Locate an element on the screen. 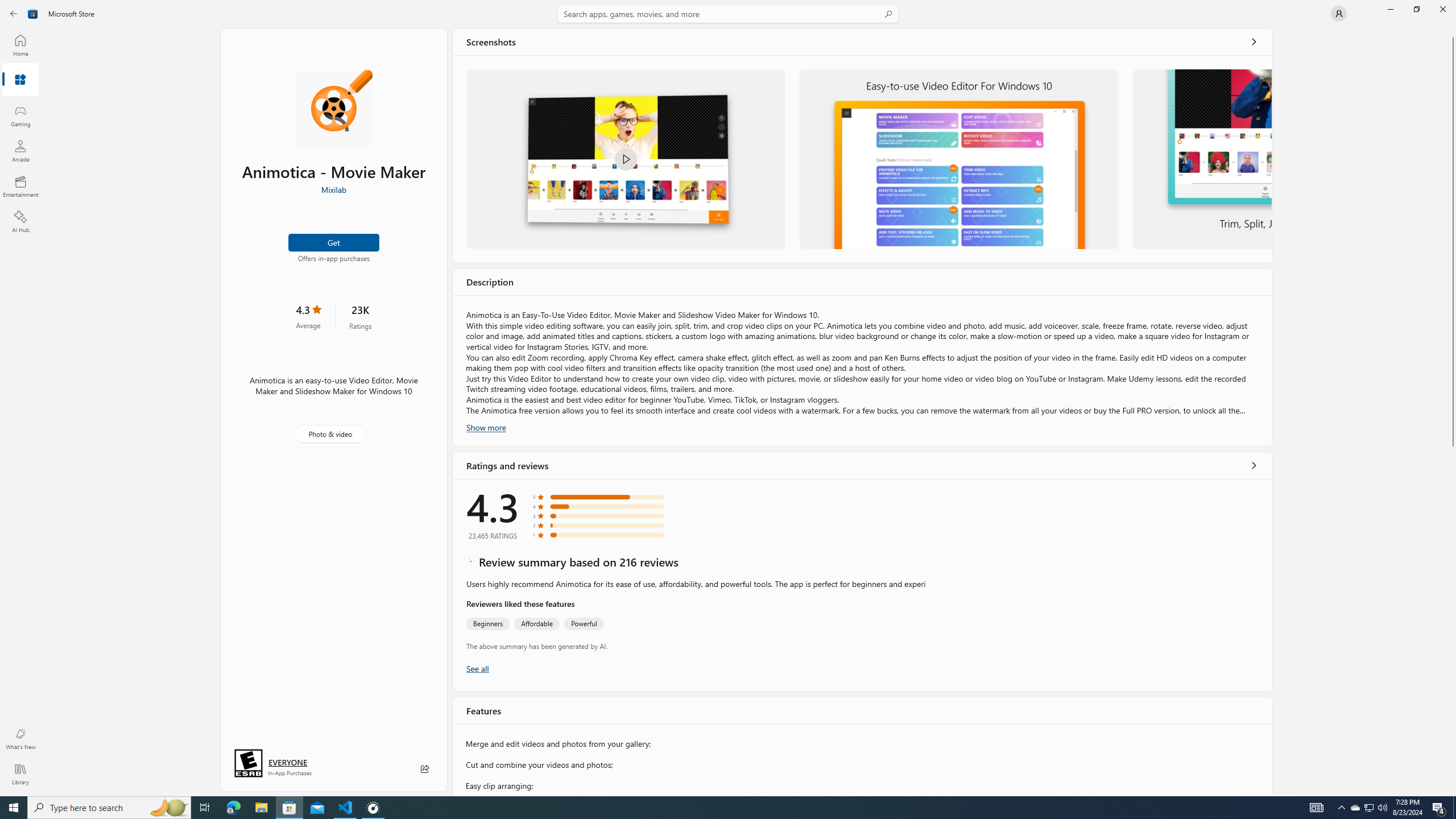 This screenshot has width=1456, height=819. '4.3 stars. Click to skip to ratings and reviews' is located at coordinates (308, 316).